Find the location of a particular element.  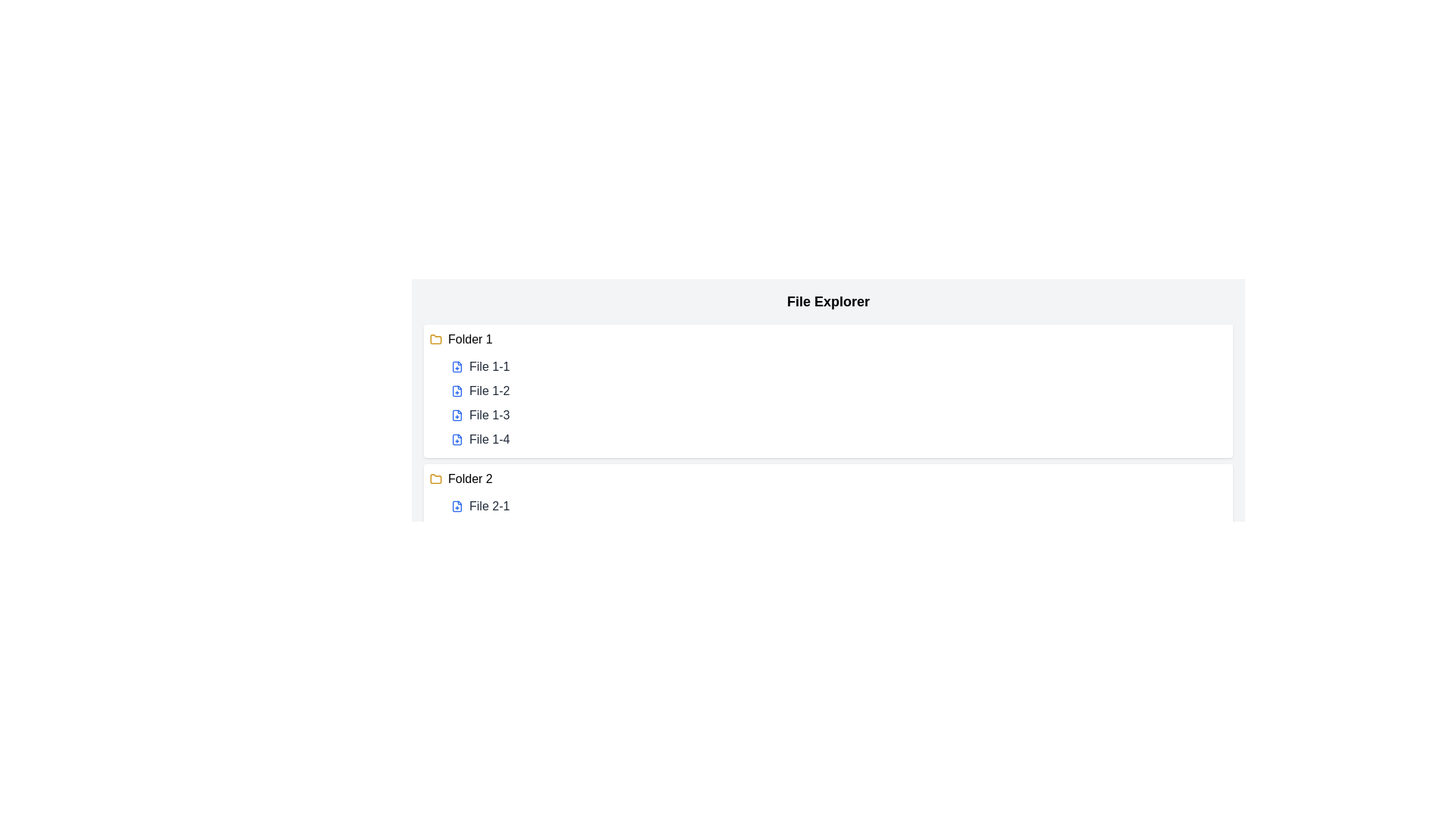

the file icon representing 'File 1-4' in the left section of the row under 'Folder 1' in the hierarchical file explorer interface is located at coordinates (457, 439).